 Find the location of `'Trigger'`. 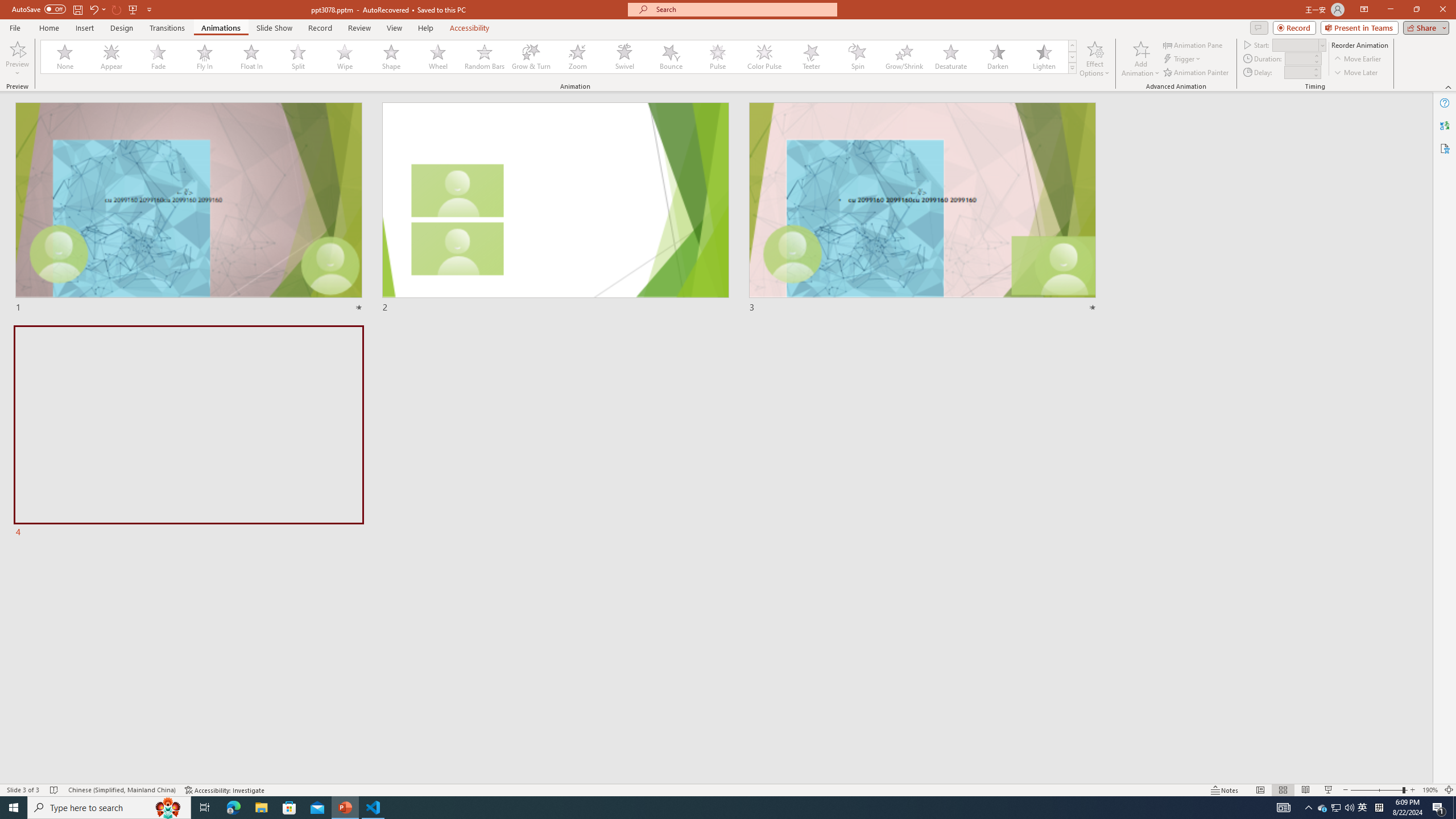

'Trigger' is located at coordinates (1182, 59).